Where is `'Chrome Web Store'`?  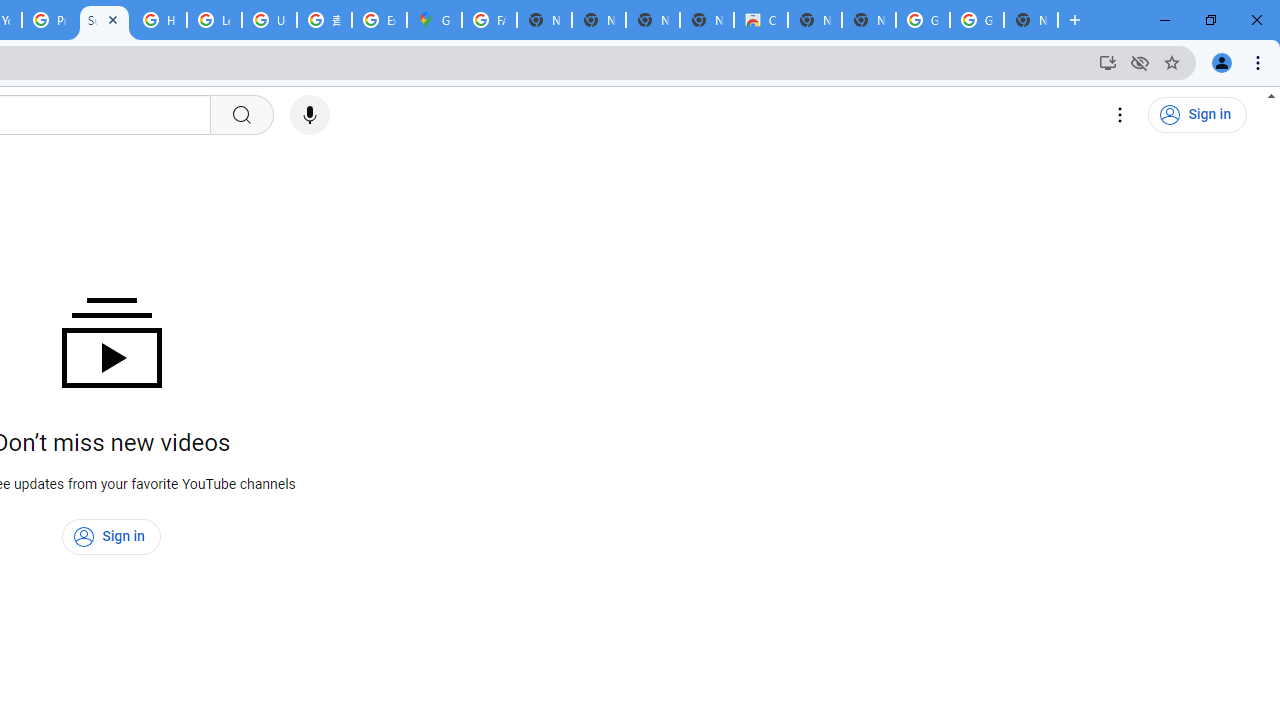
'Chrome Web Store' is located at coordinates (759, 20).